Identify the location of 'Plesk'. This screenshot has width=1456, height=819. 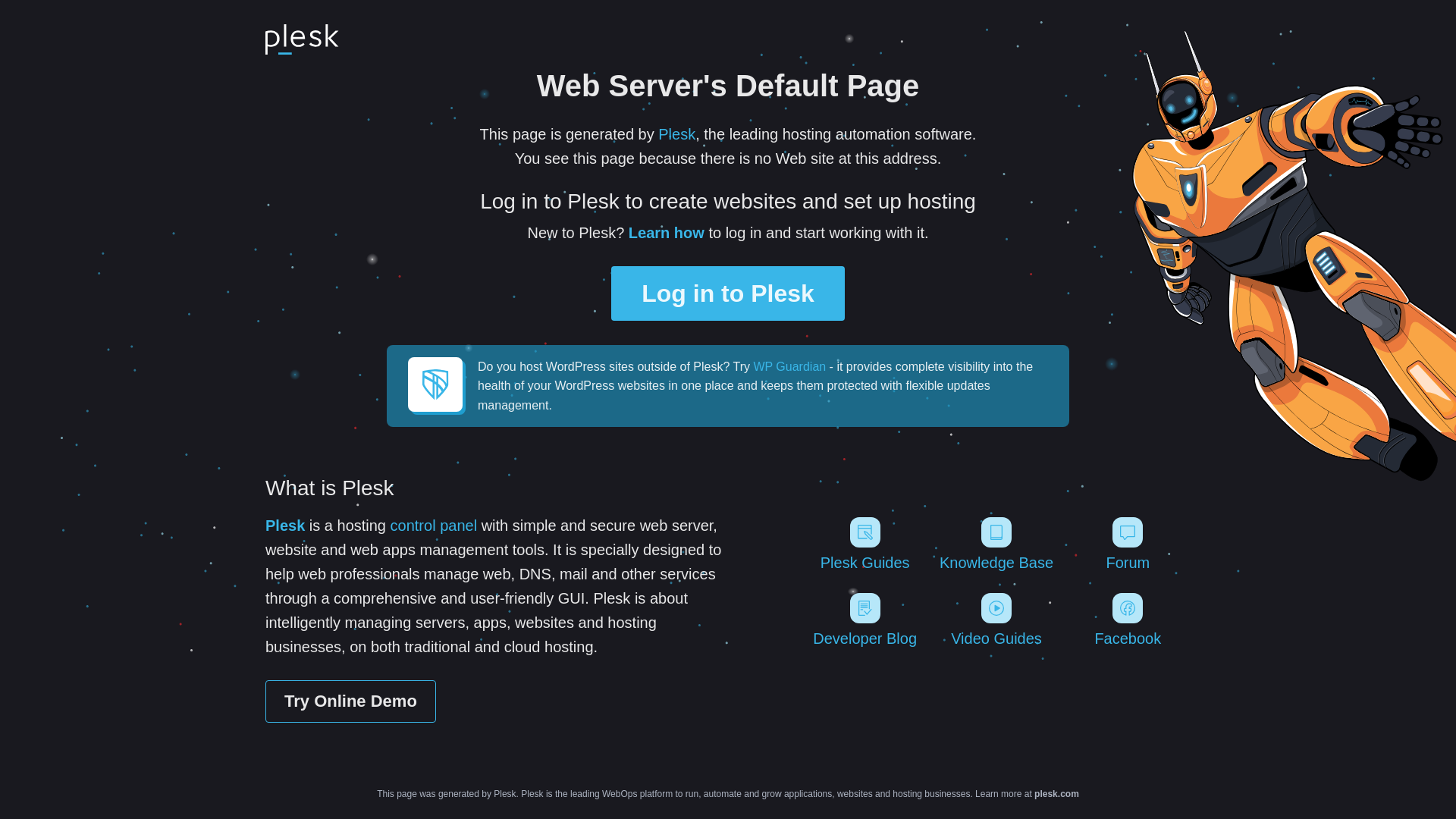
(658, 133).